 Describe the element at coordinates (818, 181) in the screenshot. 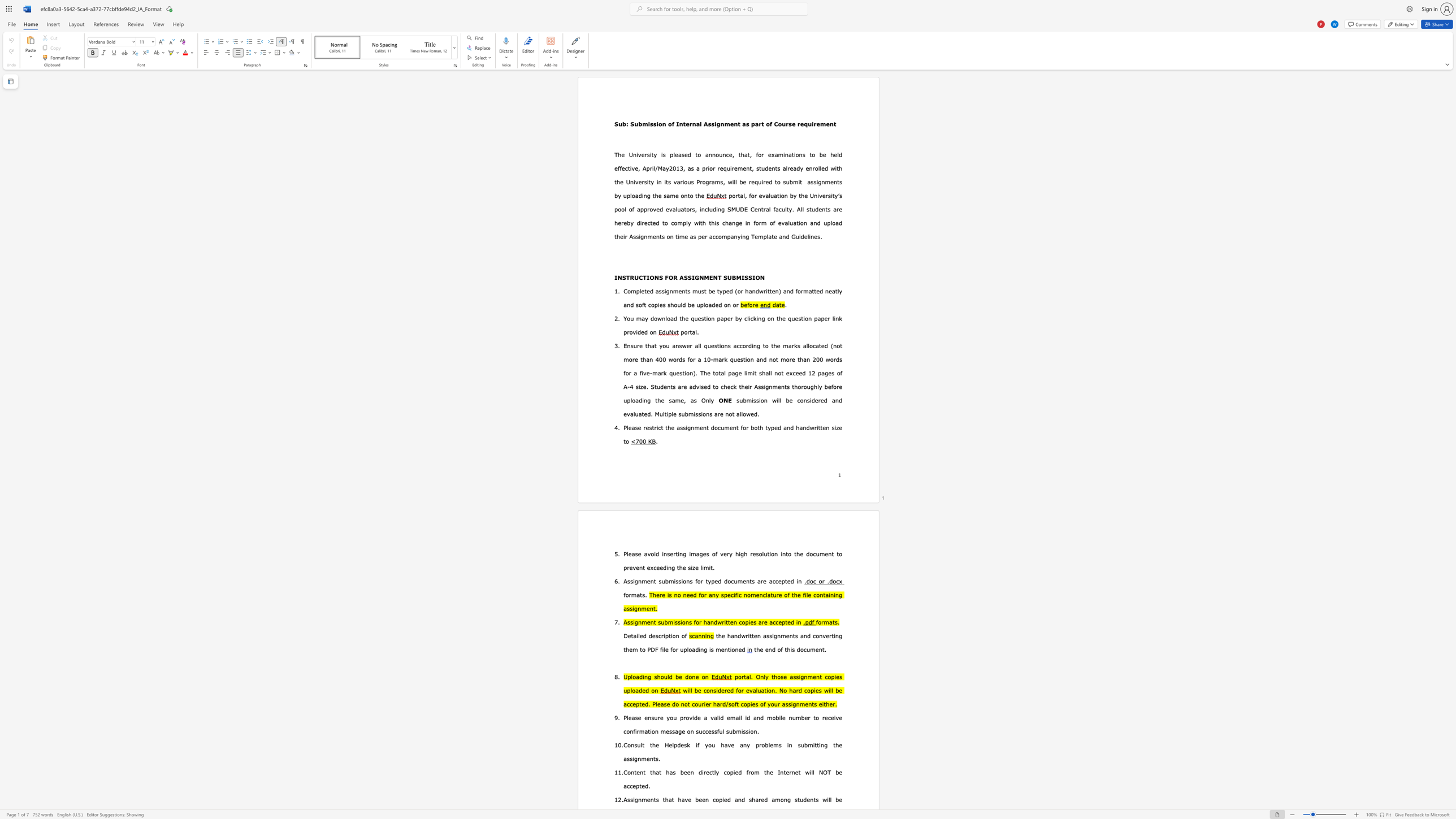

I see `the subset text "gnment" within the text "submit  assignments"` at that location.